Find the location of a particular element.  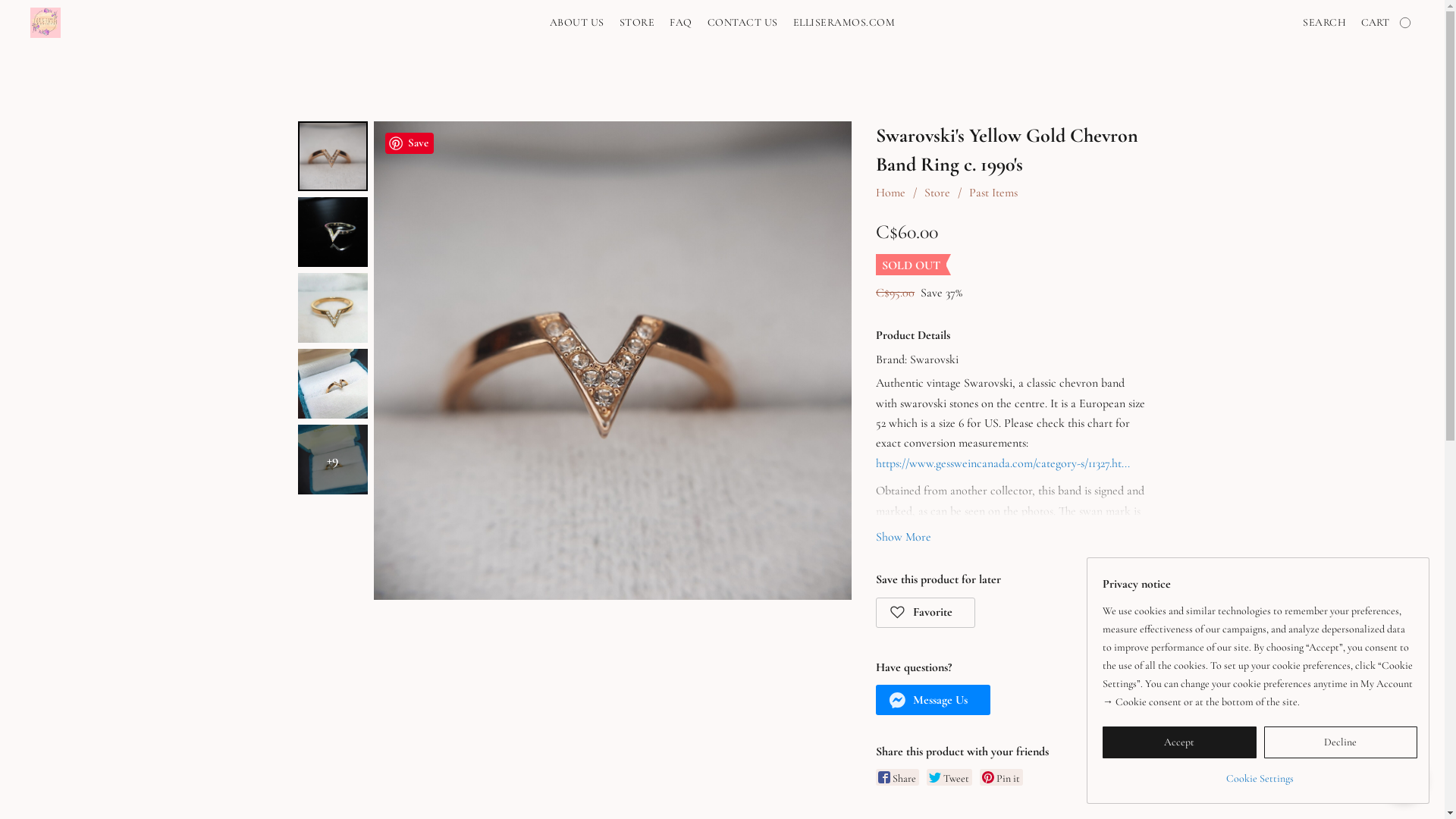

'Past Items' is located at coordinates (993, 192).